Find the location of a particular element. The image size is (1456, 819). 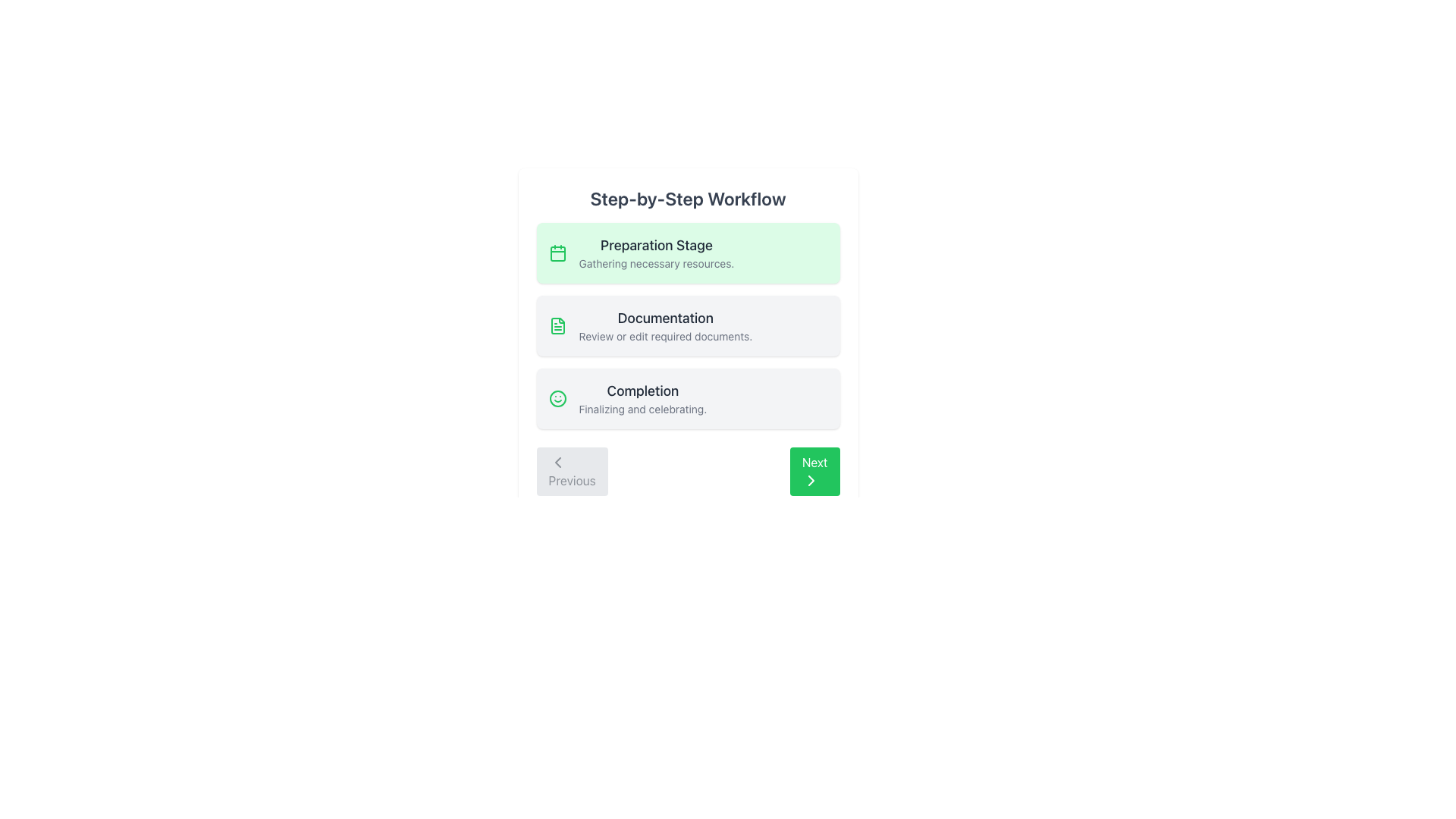

the text block labeled 'Completion' that contains the lines 'Completion' and 'Finalizing and celebrating.' in the Step-by-Step Workflow interface is located at coordinates (642, 397).